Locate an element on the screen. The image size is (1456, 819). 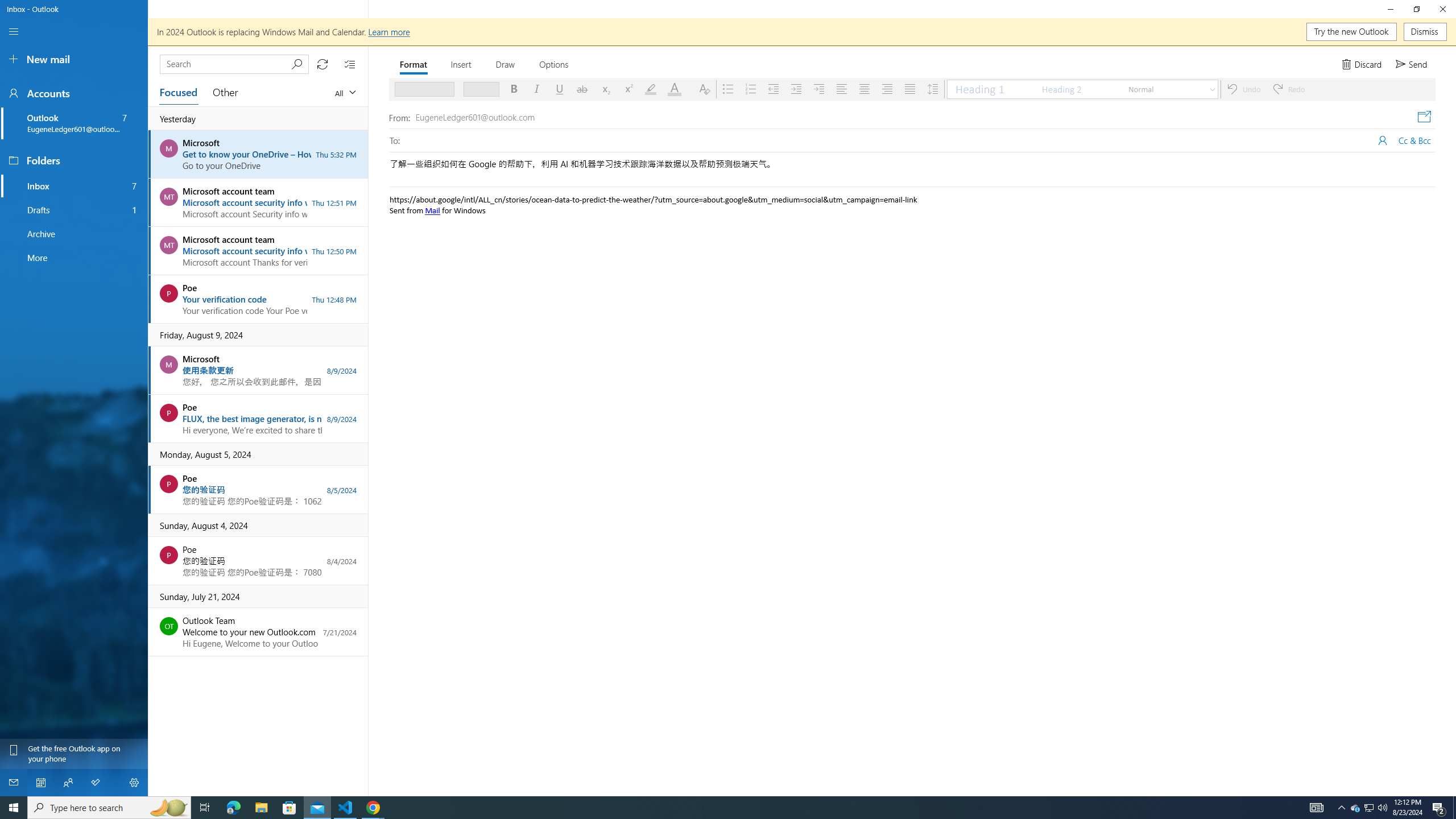
'Strikethrough' is located at coordinates (582, 89).